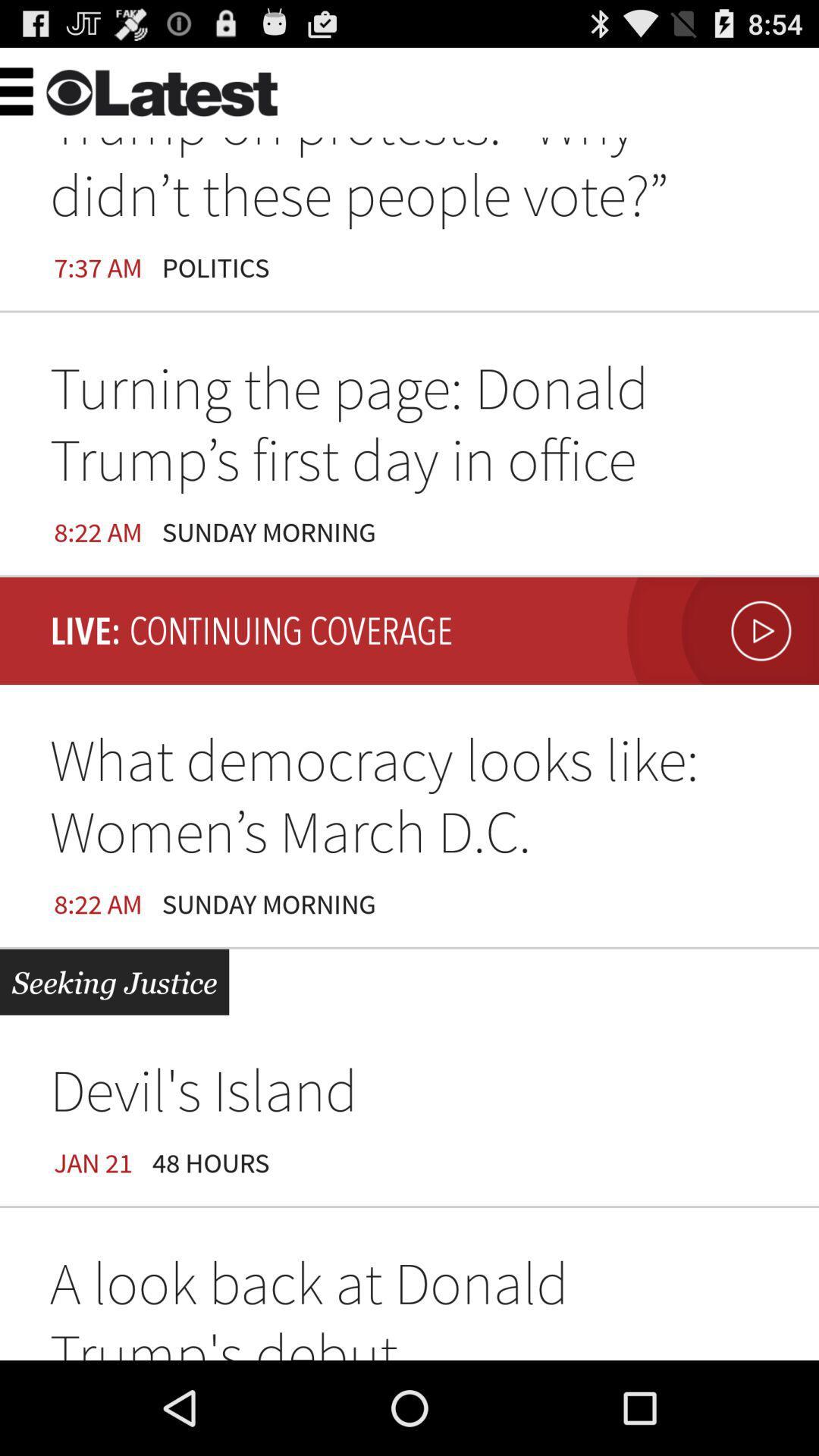 The height and width of the screenshot is (1456, 819). What do you see at coordinates (718, 631) in the screenshot?
I see `open video or audio stream about news coverage` at bounding box center [718, 631].